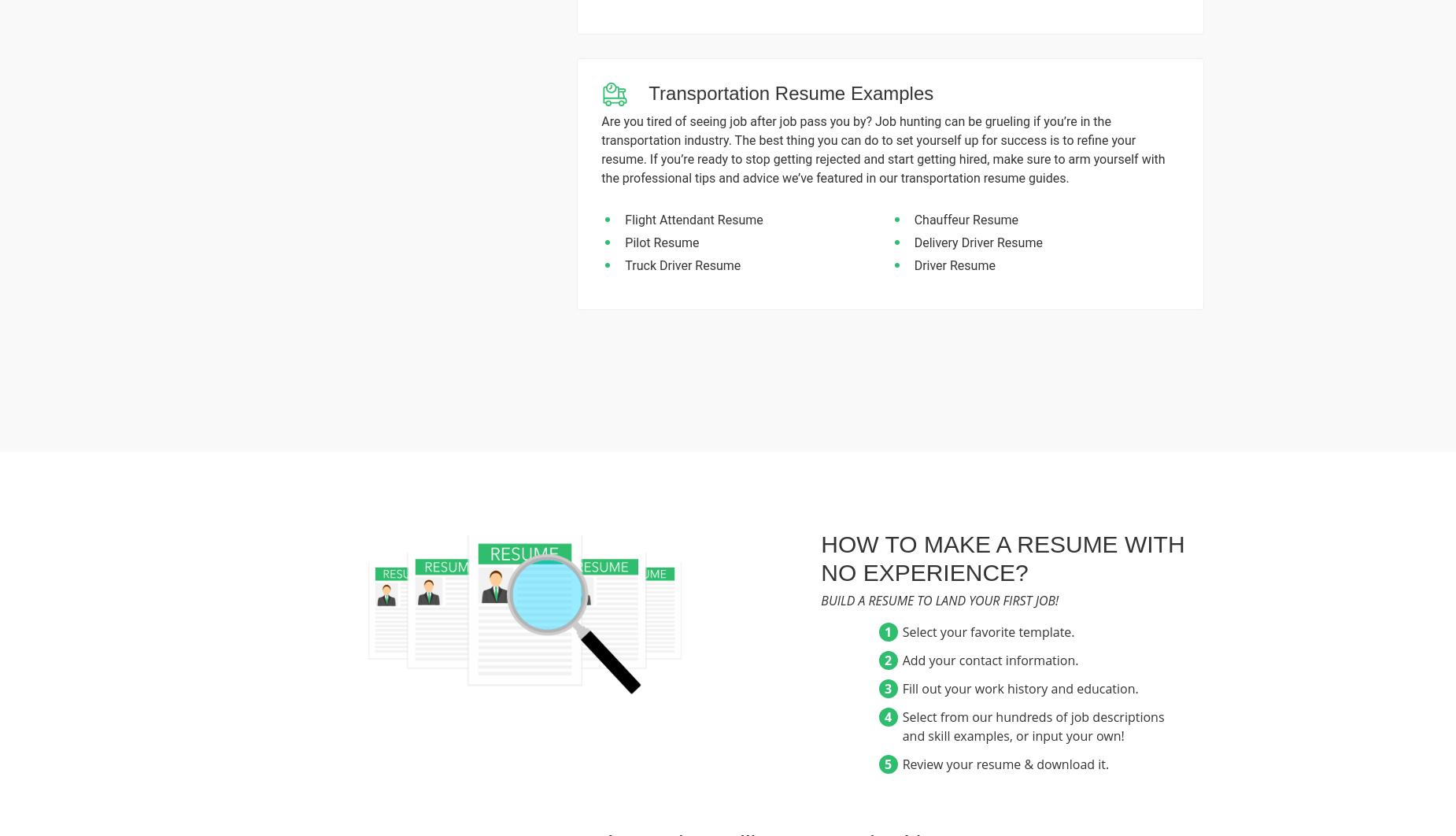  I want to click on 'Truck Driver Resume', so click(682, 264).